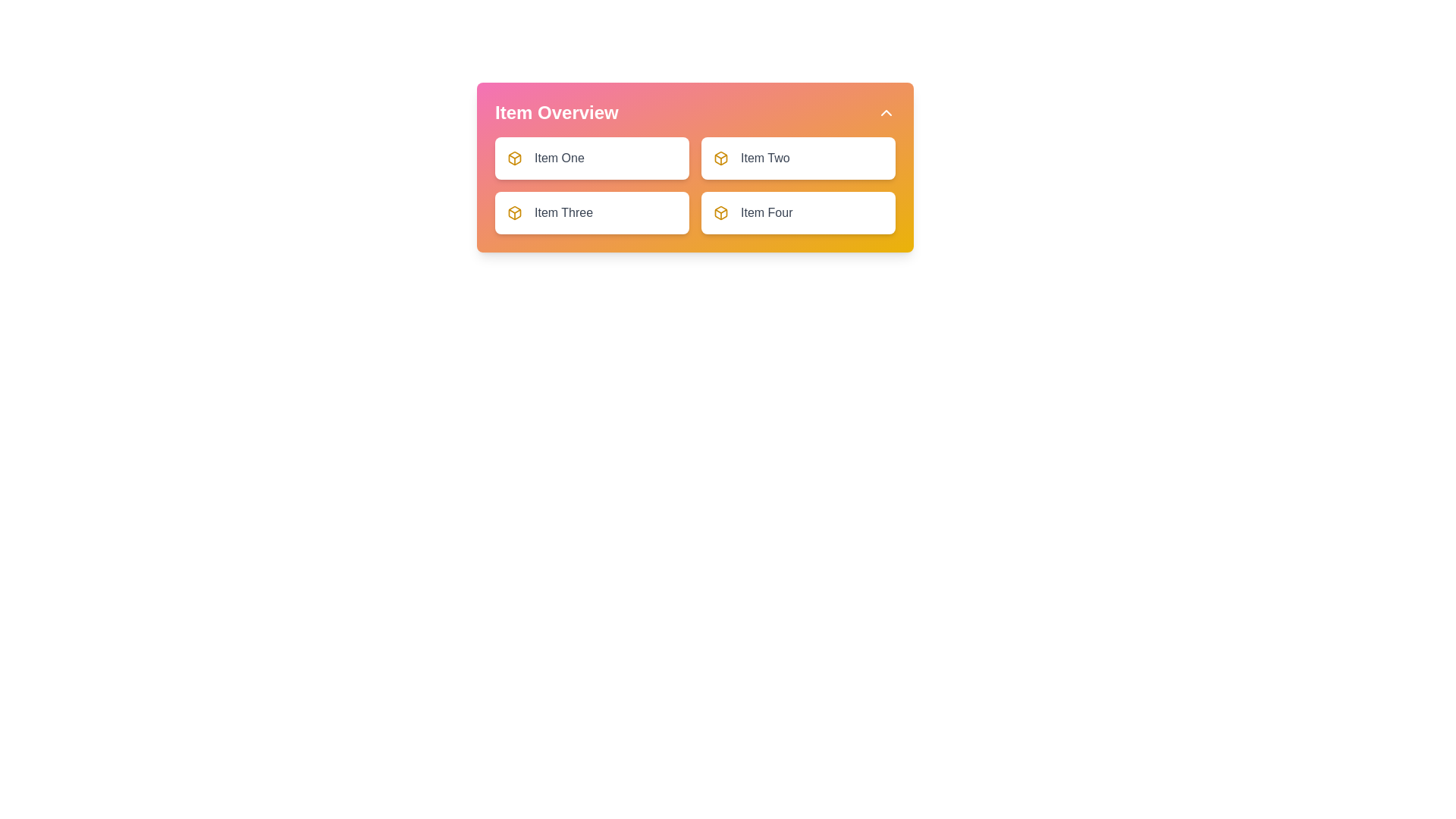 The height and width of the screenshot is (819, 1456). What do you see at coordinates (720, 158) in the screenshot?
I see `the decorative icon for the 'Item Two' button located in the top-right position of the second button in the right column of the 'Item Overview' section` at bounding box center [720, 158].